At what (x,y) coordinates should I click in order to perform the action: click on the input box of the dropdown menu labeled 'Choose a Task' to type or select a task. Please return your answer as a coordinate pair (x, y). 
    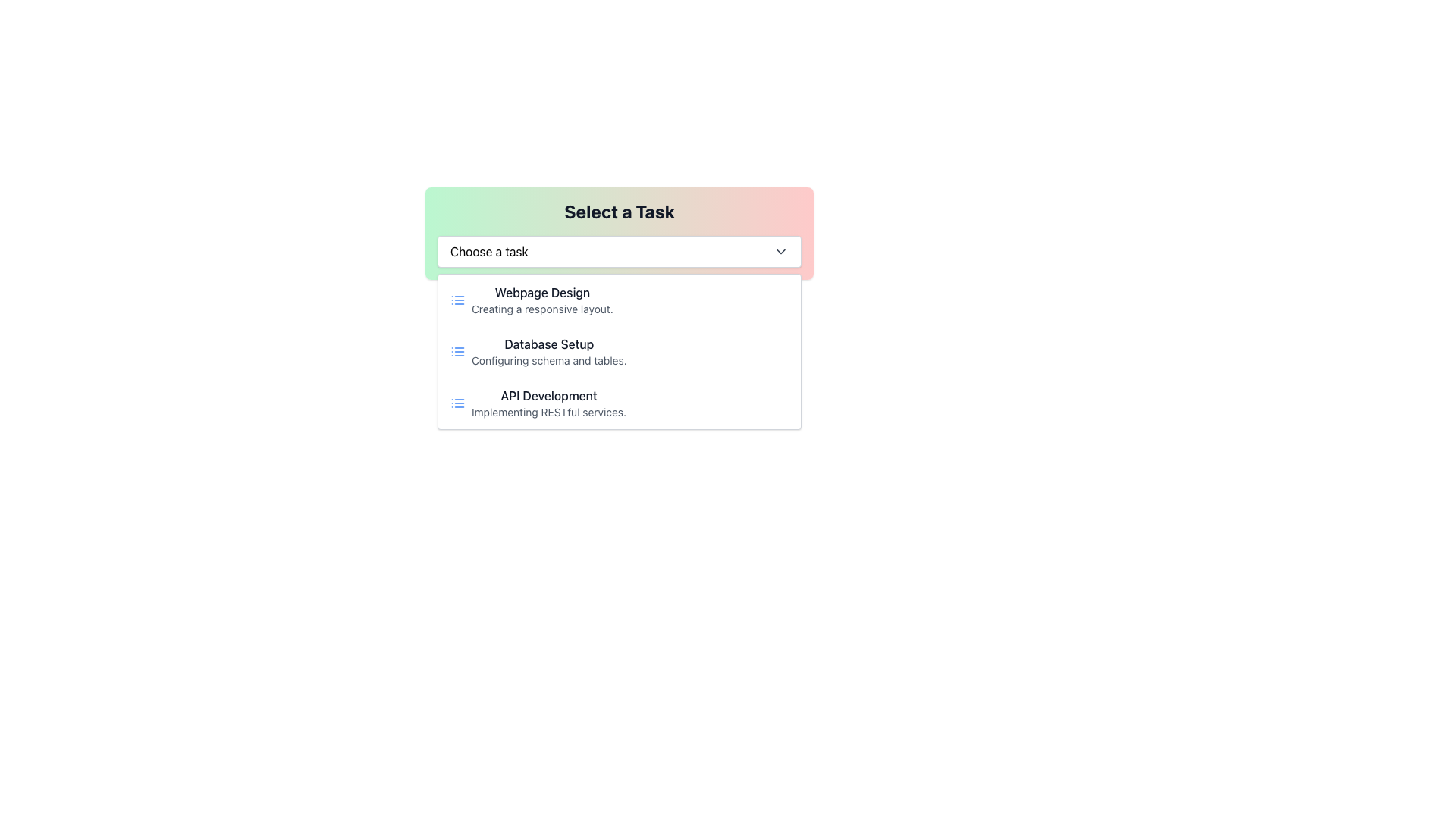
    Looking at the image, I should click on (619, 234).